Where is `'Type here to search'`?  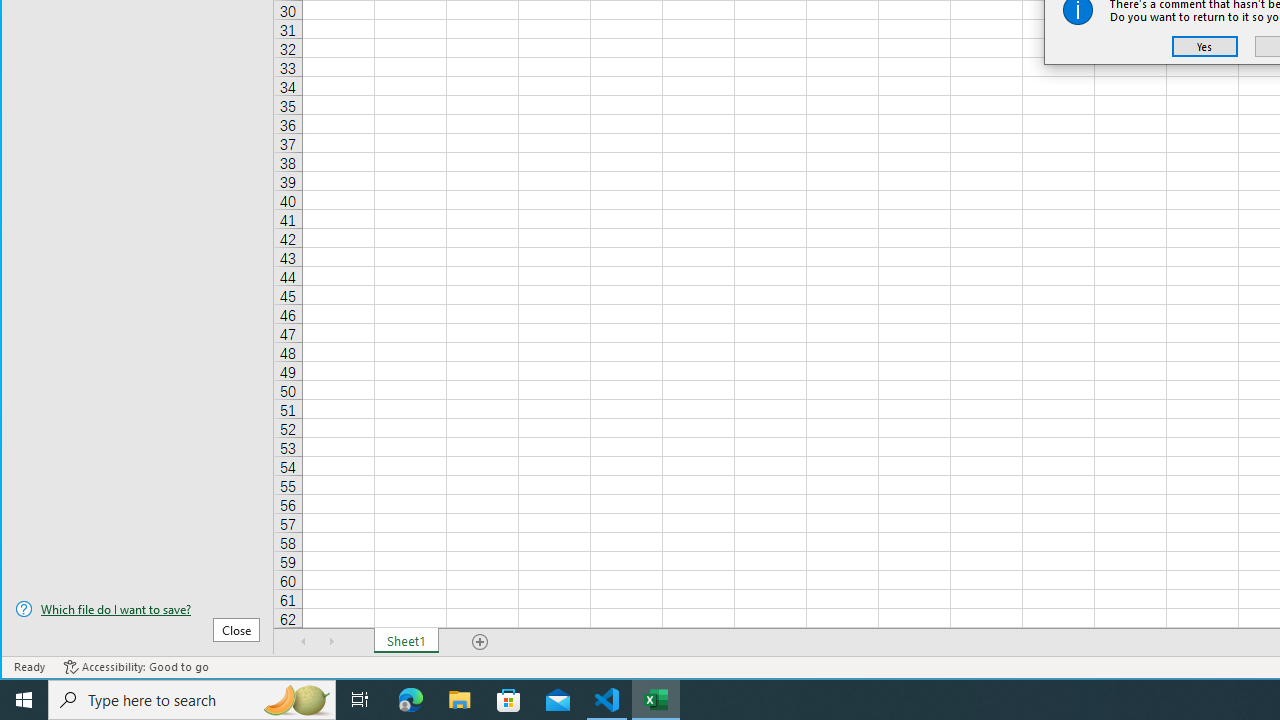
'Type here to search' is located at coordinates (192, 698).